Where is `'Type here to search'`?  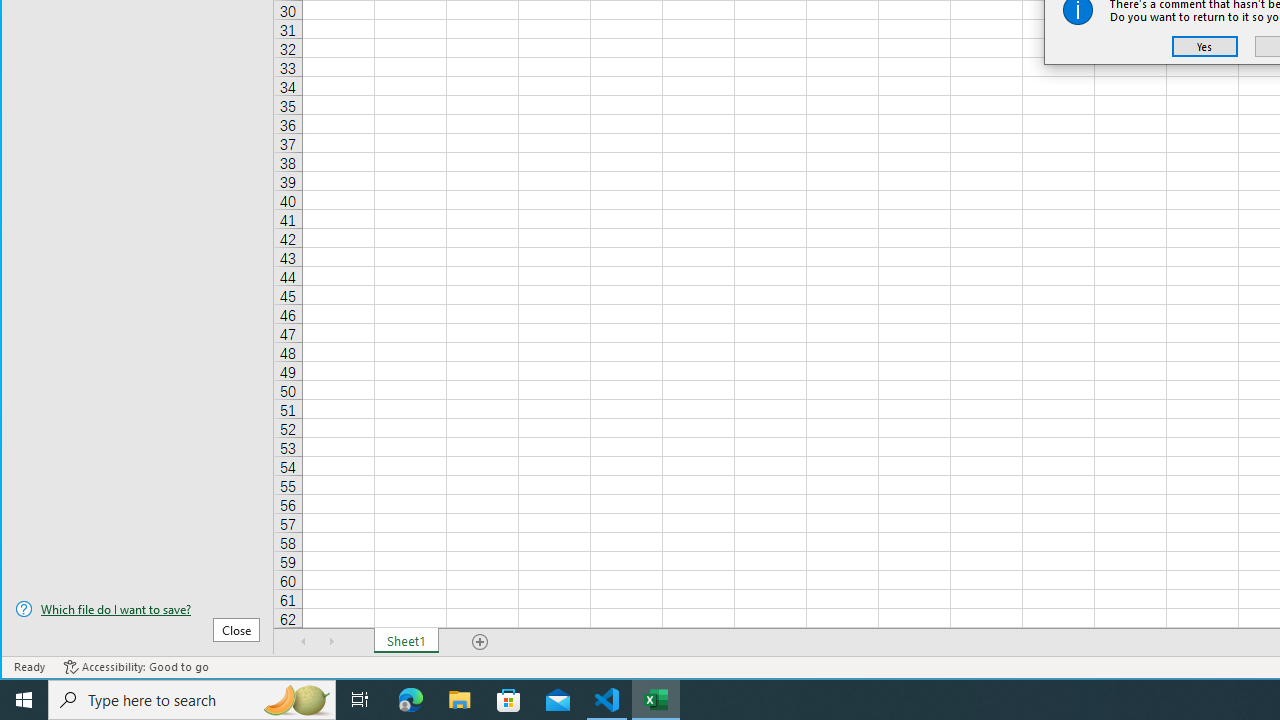
'Type here to search' is located at coordinates (192, 698).